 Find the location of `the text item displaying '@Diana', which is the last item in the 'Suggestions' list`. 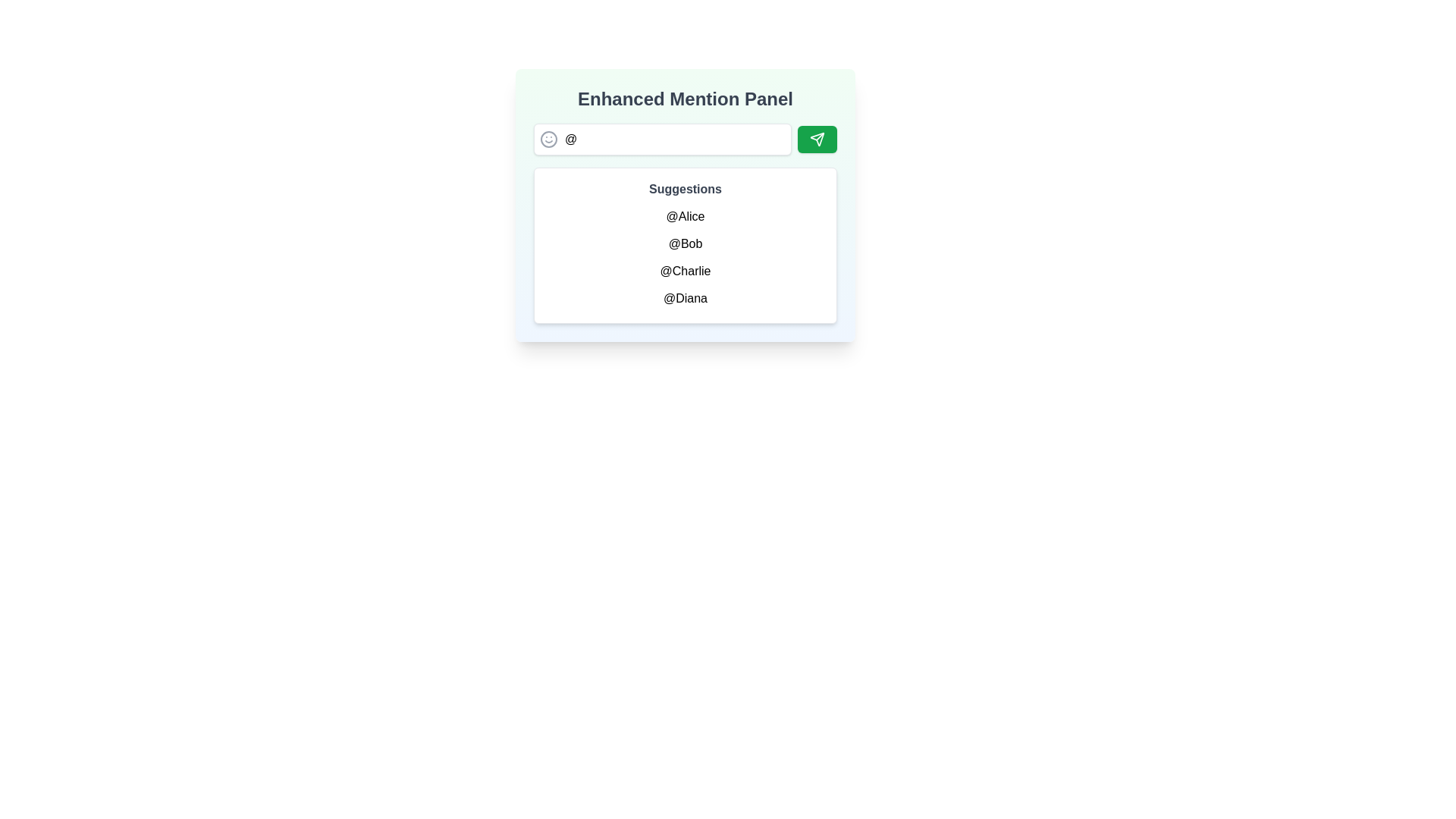

the text item displaying '@Diana', which is the last item in the 'Suggestions' list is located at coordinates (684, 298).